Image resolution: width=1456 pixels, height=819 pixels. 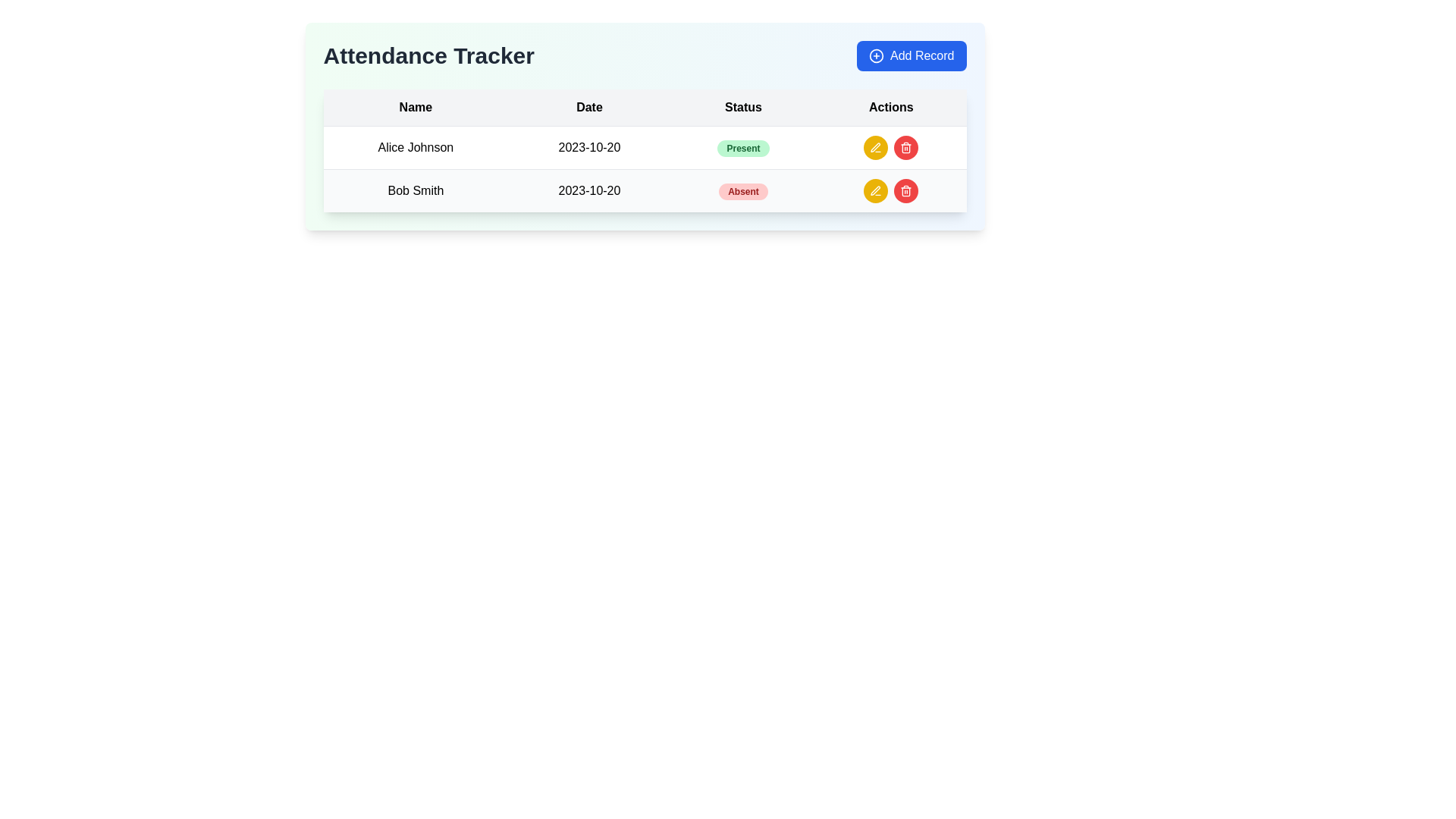 What do you see at coordinates (588, 190) in the screenshot?
I see `text displayed in the static text label representing the date of attendance for the individual in the second row and second column of the table, adjacent to 'Bob Smith' and 'Absent'` at bounding box center [588, 190].